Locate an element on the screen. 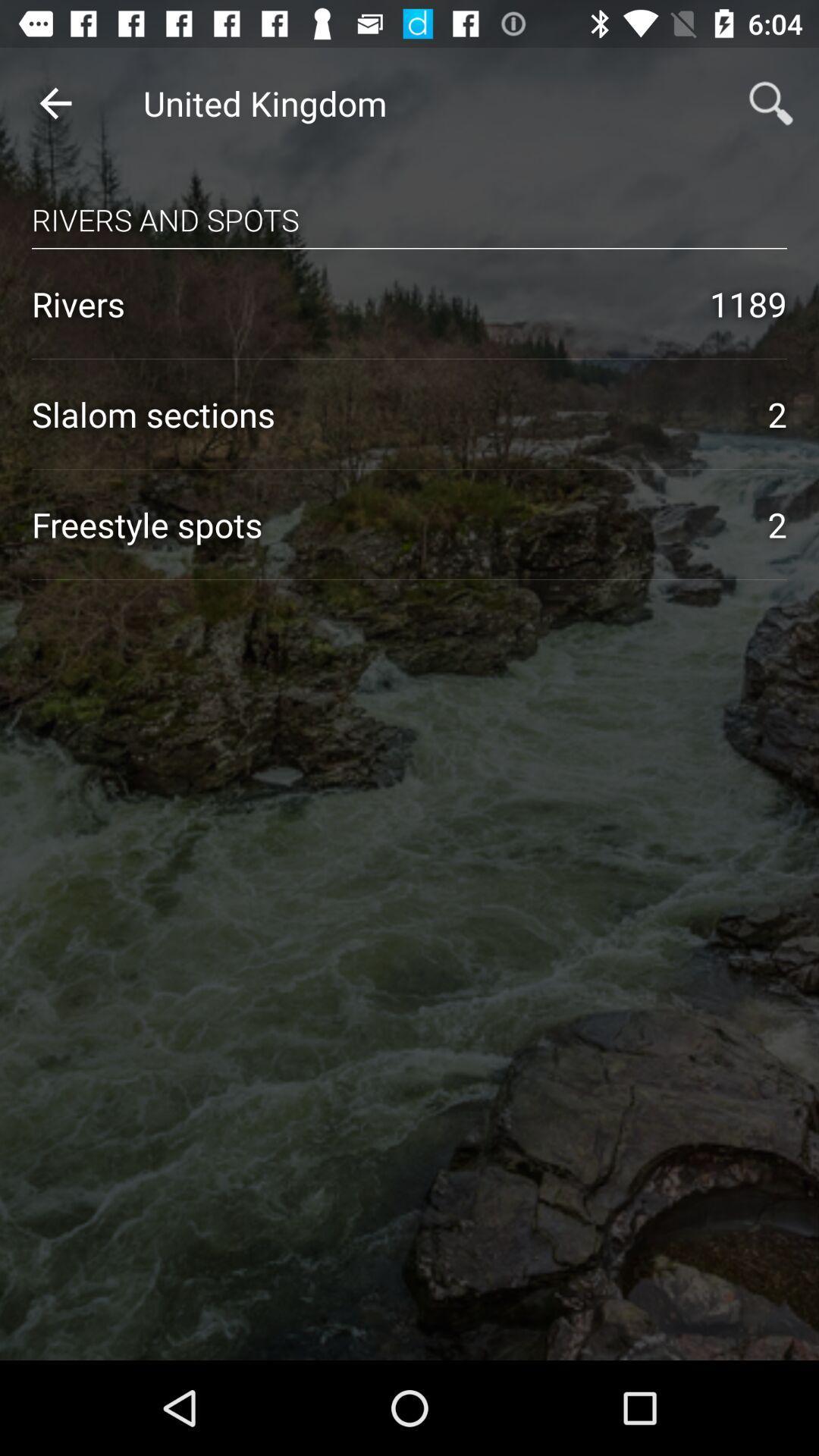 This screenshot has width=819, height=1456. the icon above 1189 is located at coordinates (409, 248).